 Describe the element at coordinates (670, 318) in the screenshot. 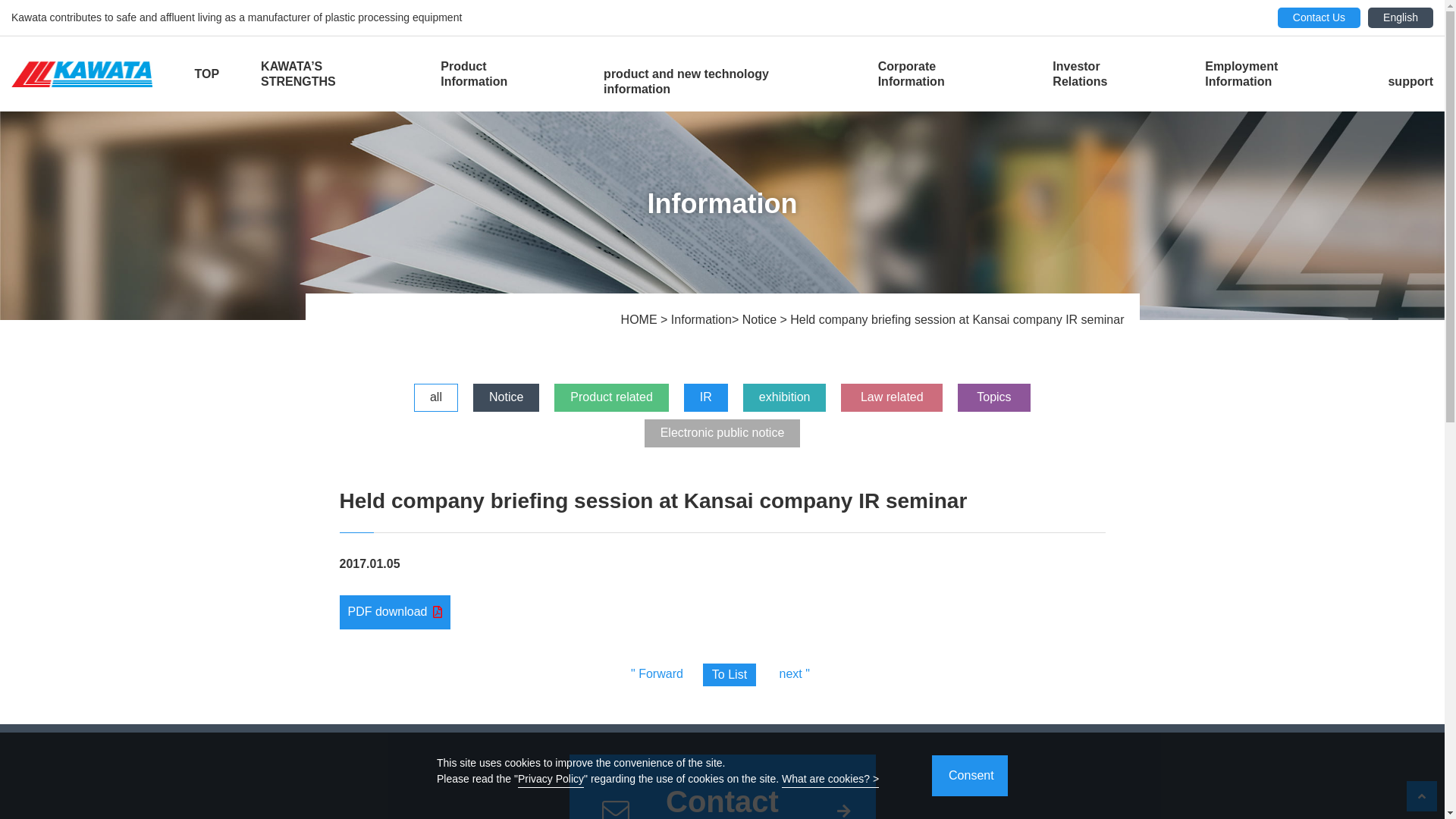

I see `'Information'` at that location.